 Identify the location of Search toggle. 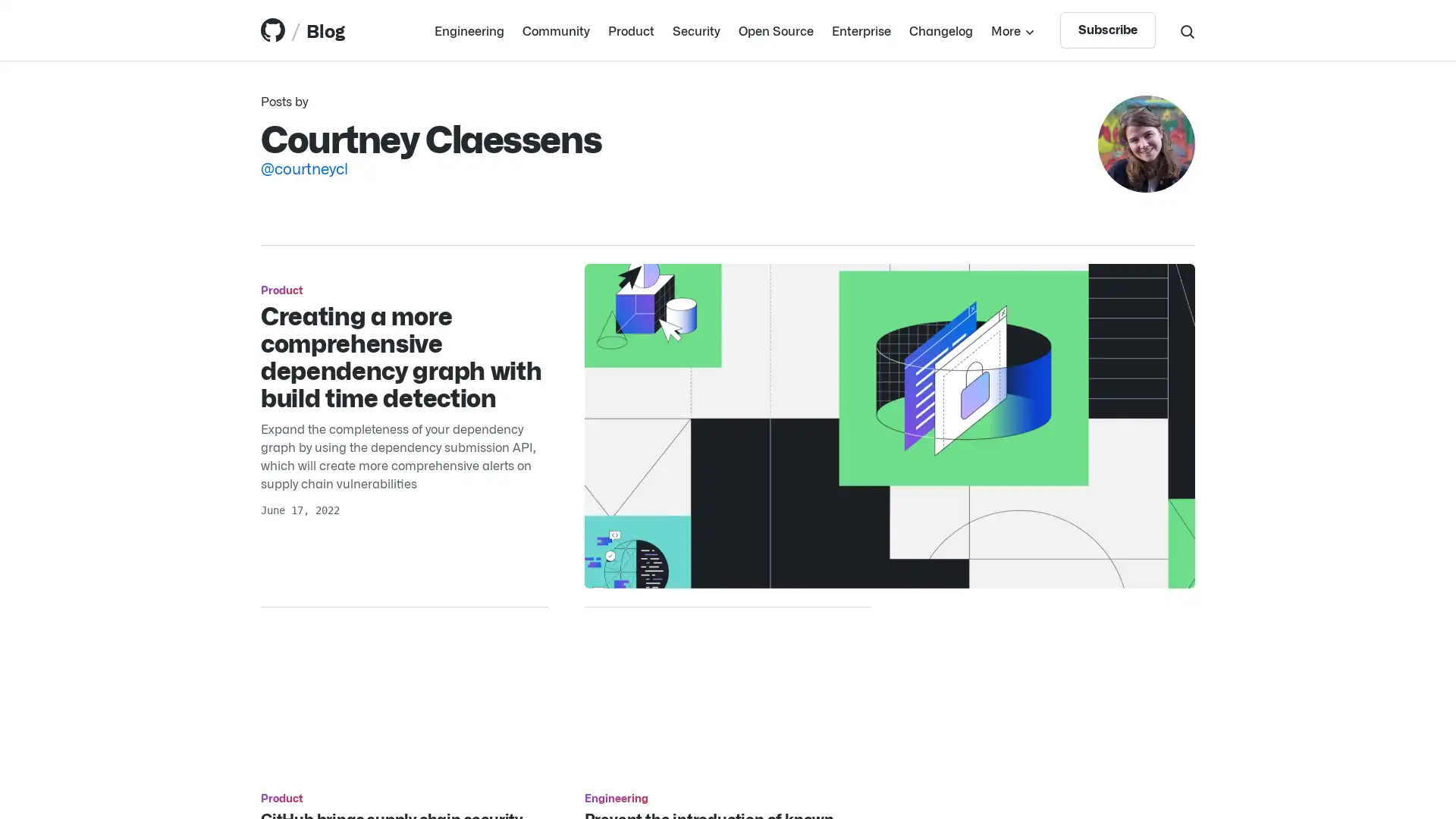
(1186, 29).